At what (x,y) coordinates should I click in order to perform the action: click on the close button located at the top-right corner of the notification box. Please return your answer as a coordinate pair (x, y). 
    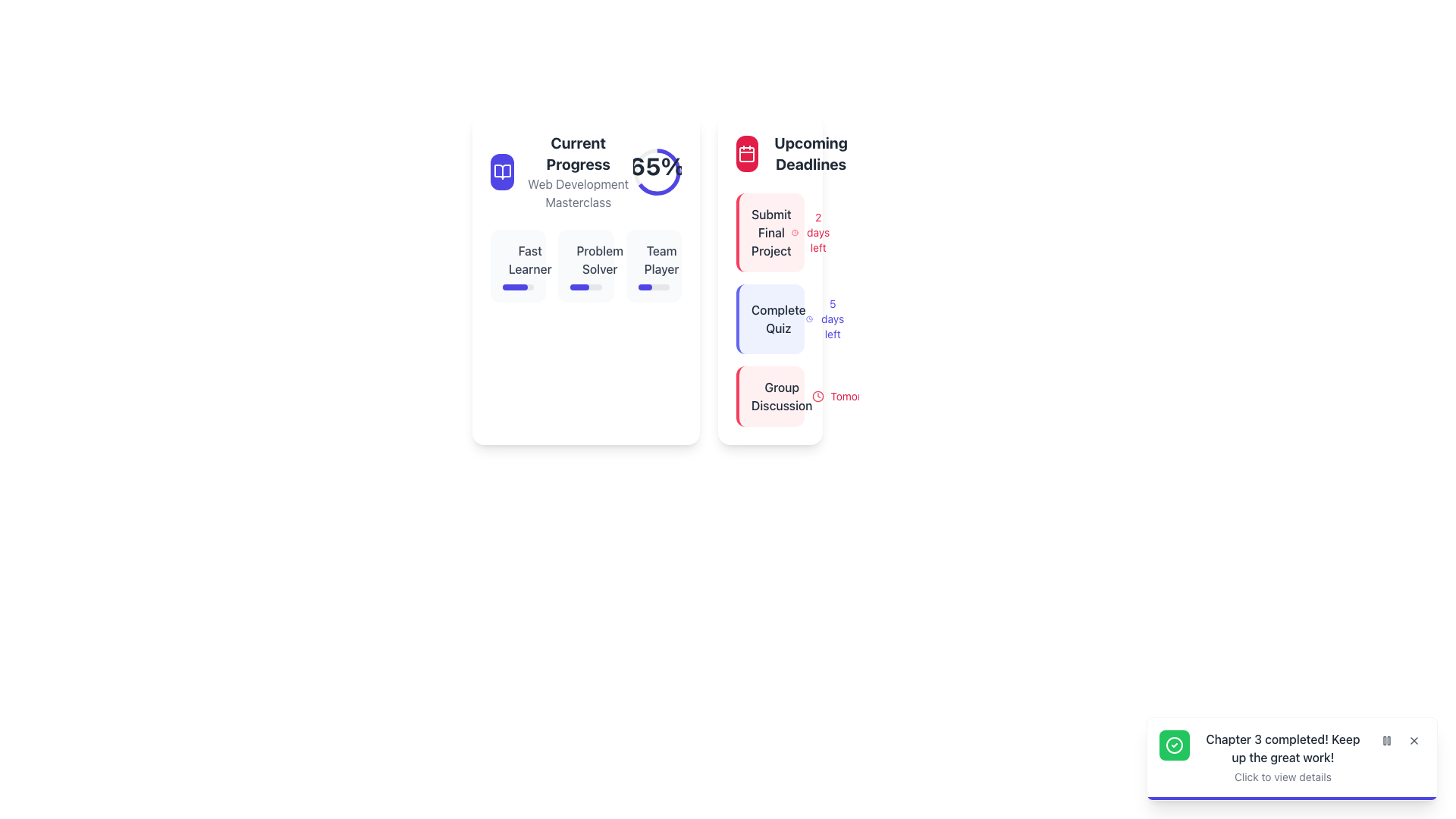
    Looking at the image, I should click on (1414, 739).